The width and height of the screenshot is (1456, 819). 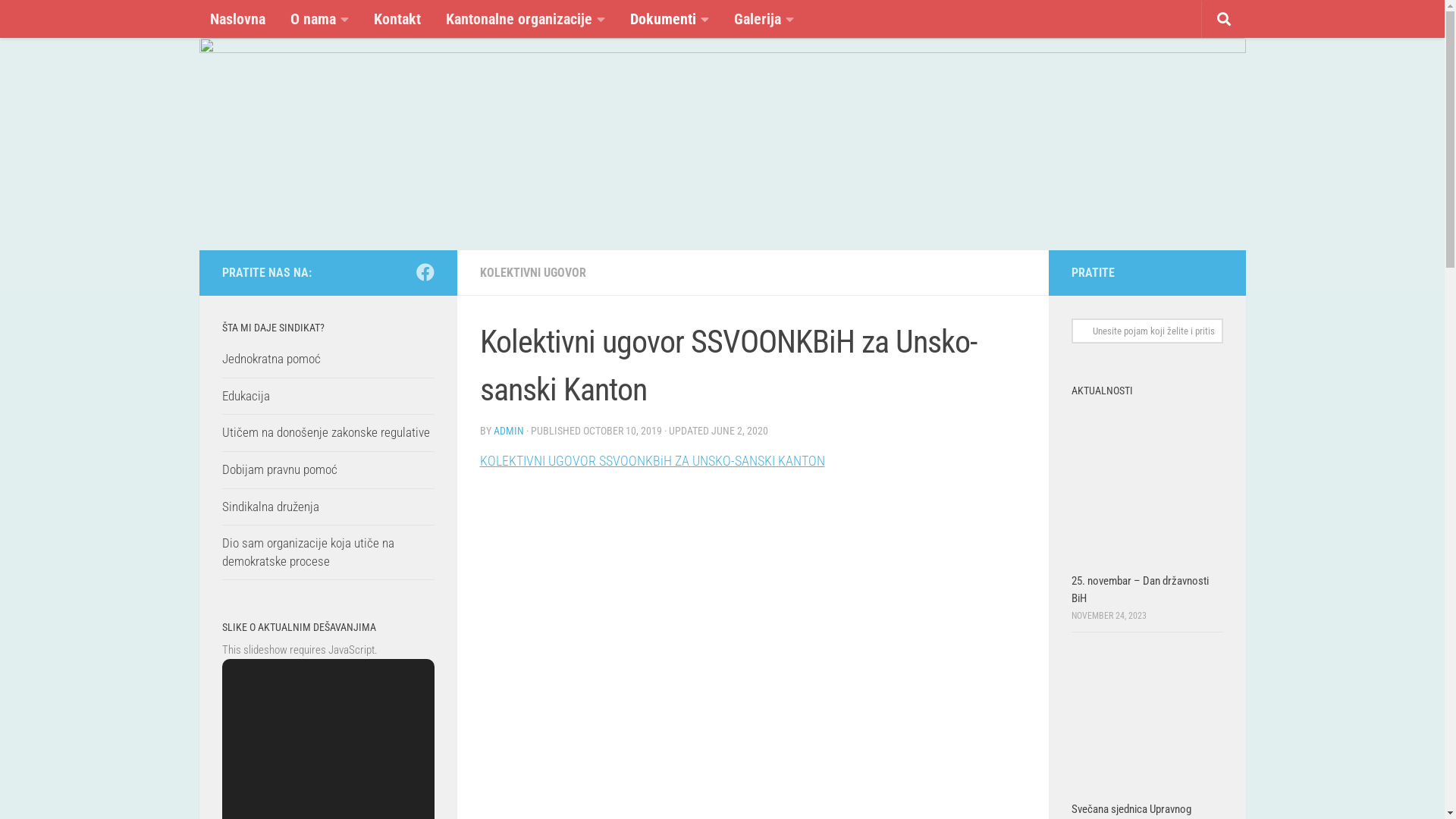 I want to click on 'KOLEKTIVNI UGOVOR', so click(x=532, y=271).